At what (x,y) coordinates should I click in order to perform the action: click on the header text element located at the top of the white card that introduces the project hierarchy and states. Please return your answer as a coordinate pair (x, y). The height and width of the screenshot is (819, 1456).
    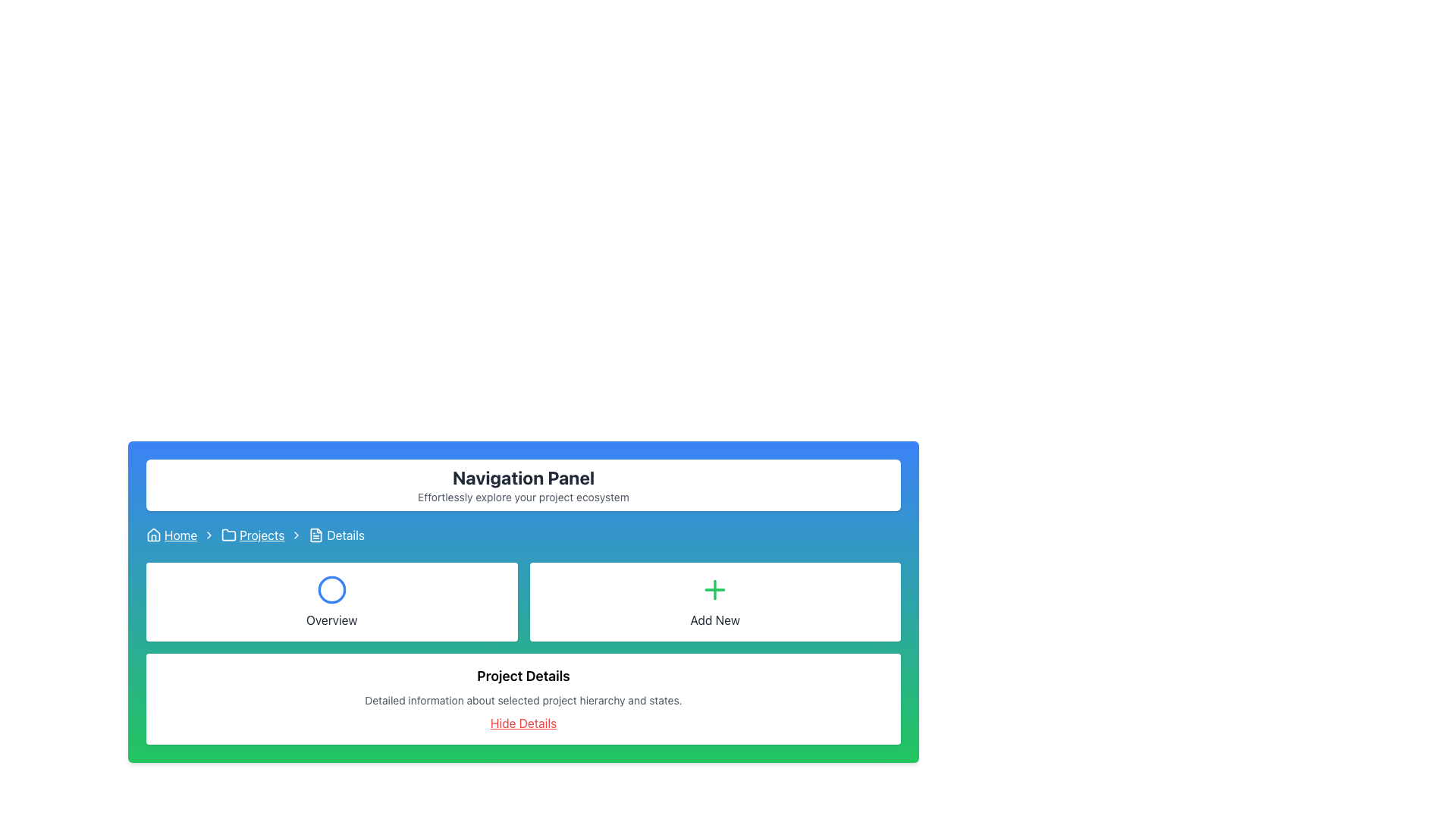
    Looking at the image, I should click on (523, 675).